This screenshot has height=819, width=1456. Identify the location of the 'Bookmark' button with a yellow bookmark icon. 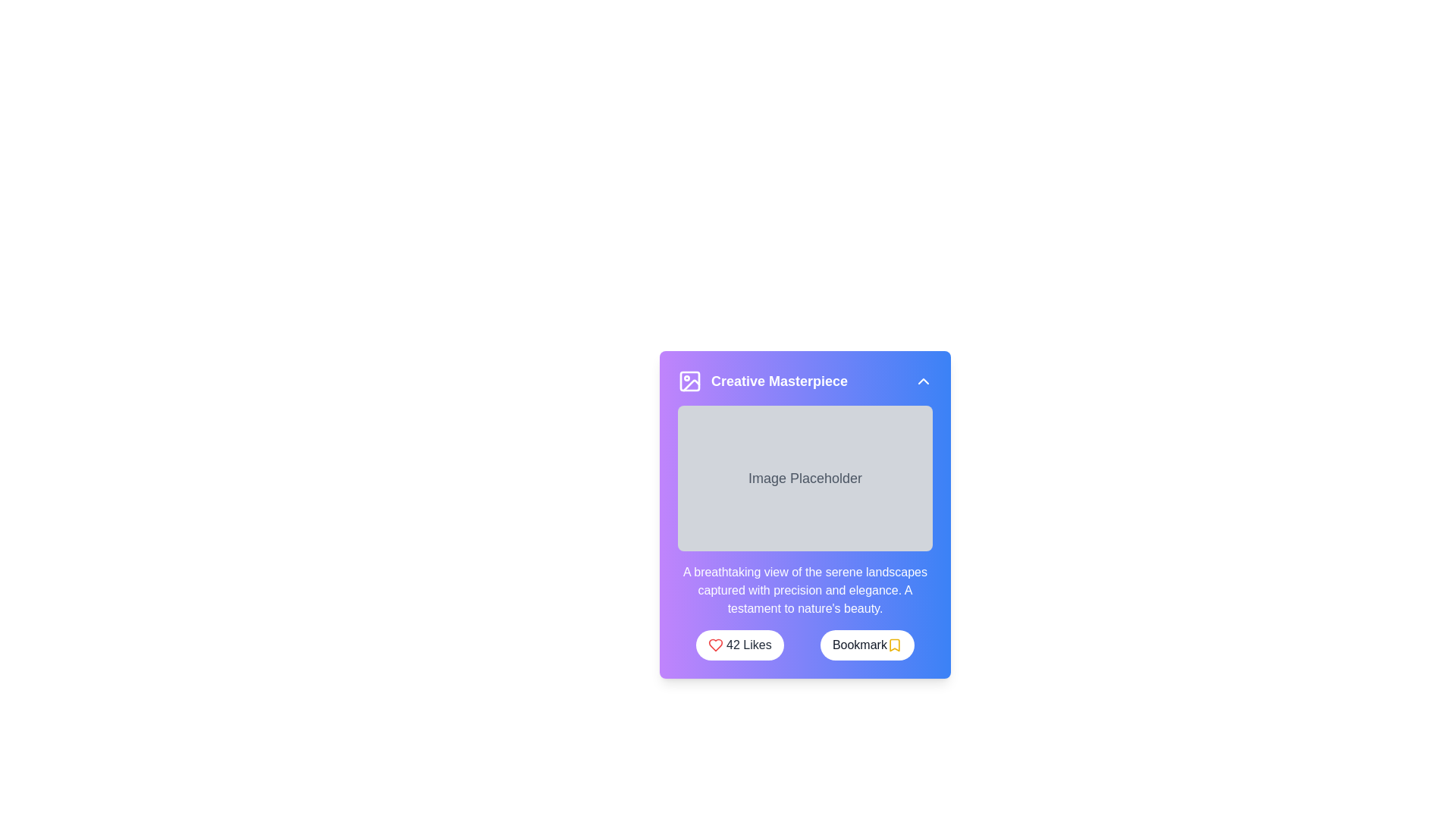
(867, 645).